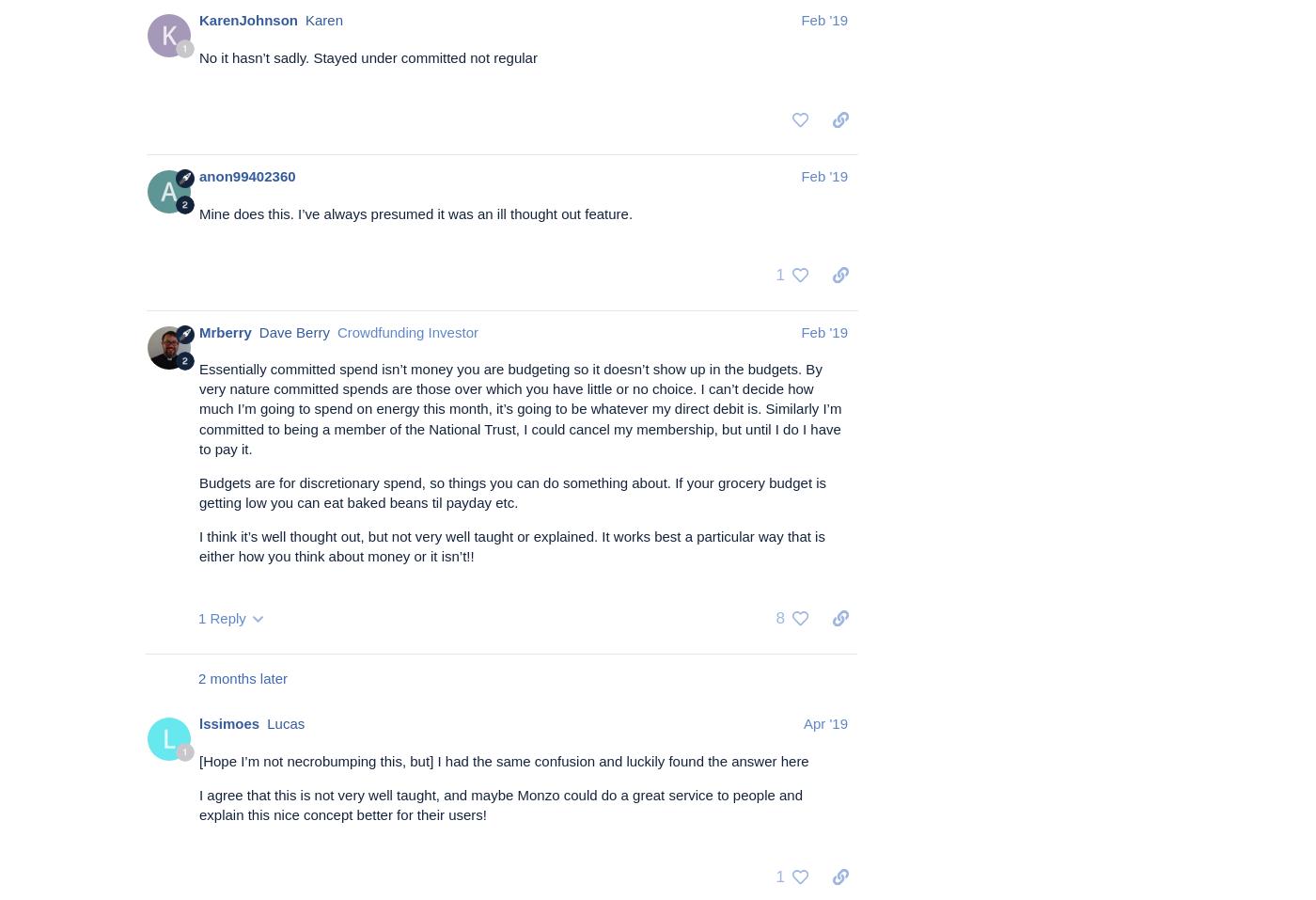 The image size is (1316, 900). What do you see at coordinates (285, 722) in the screenshot?
I see `'Lucas'` at bounding box center [285, 722].